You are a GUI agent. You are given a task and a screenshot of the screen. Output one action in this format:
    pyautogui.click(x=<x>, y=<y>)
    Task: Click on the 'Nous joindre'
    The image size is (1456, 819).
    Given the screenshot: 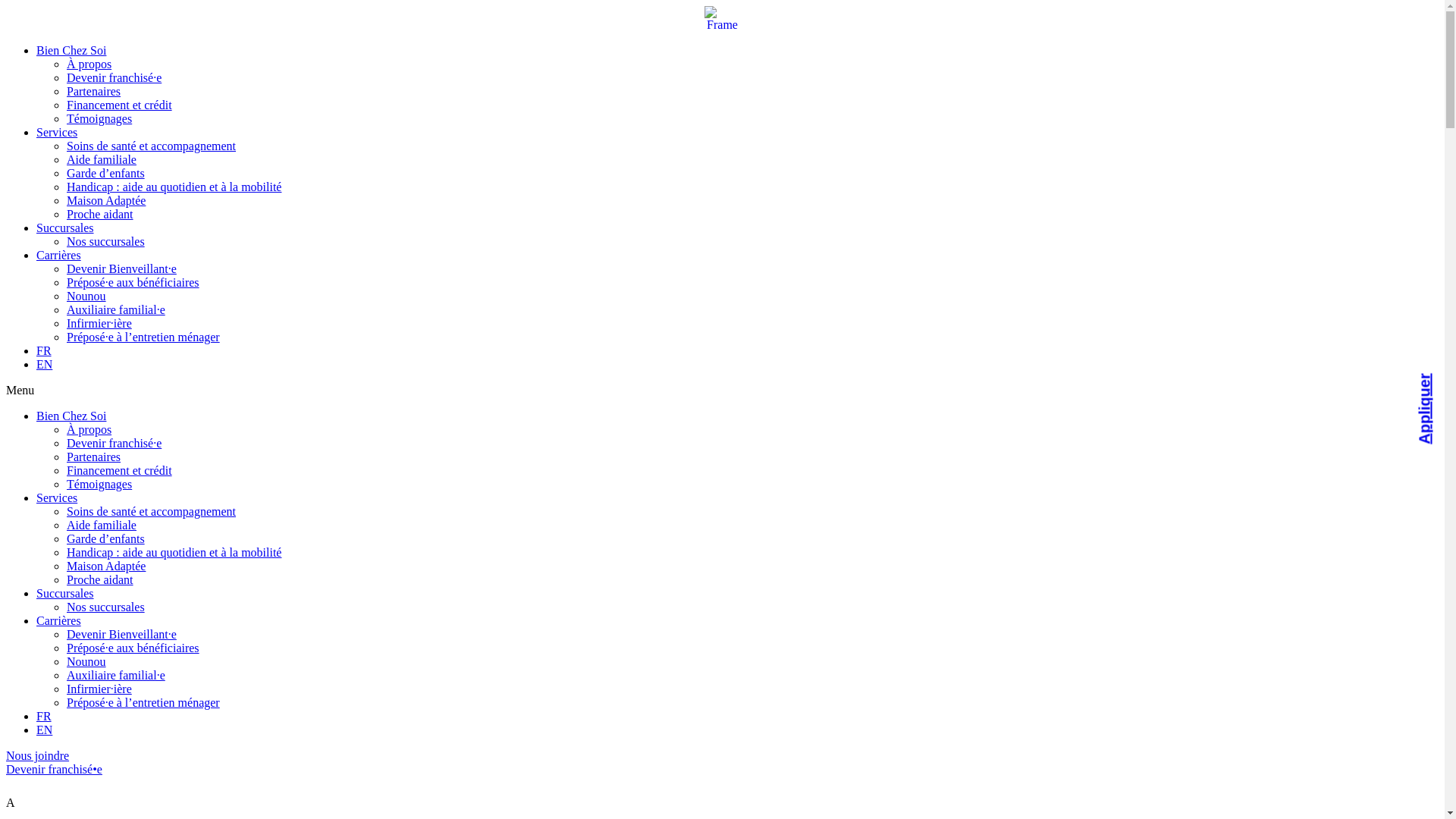 What is the action you would take?
    pyautogui.click(x=37, y=755)
    